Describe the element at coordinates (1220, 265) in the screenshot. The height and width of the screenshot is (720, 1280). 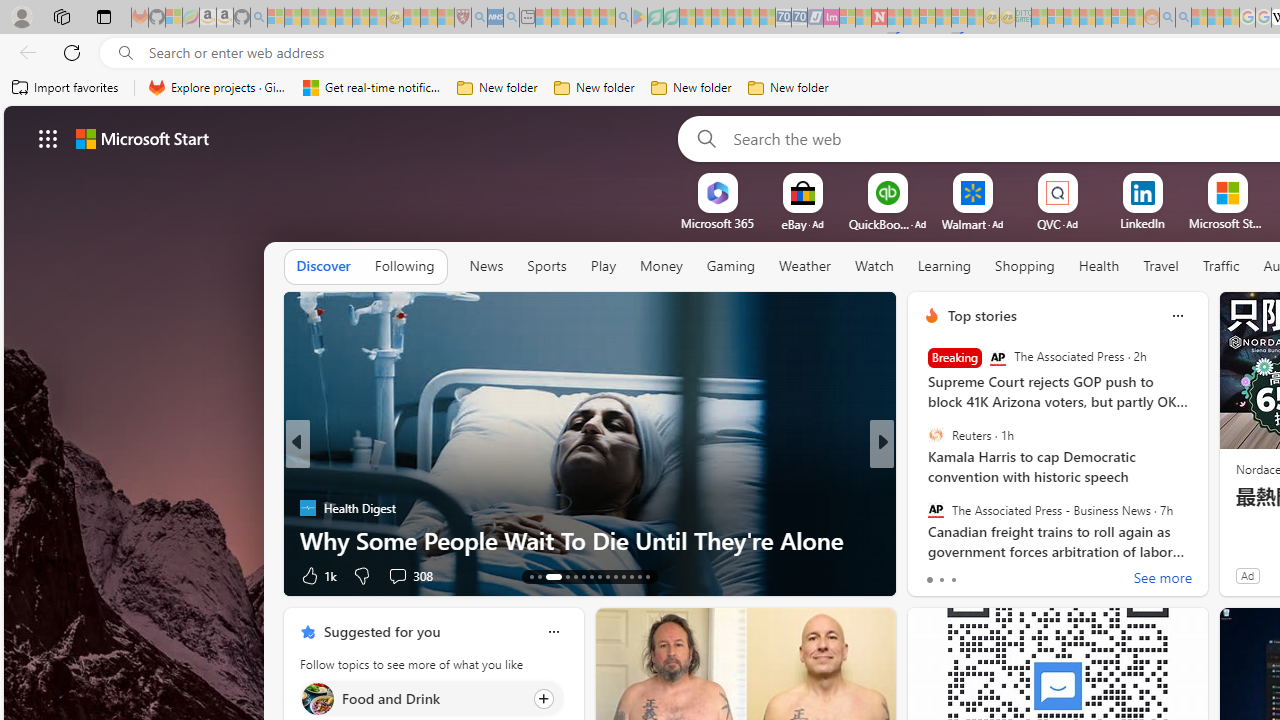
I see `'Traffic'` at that location.